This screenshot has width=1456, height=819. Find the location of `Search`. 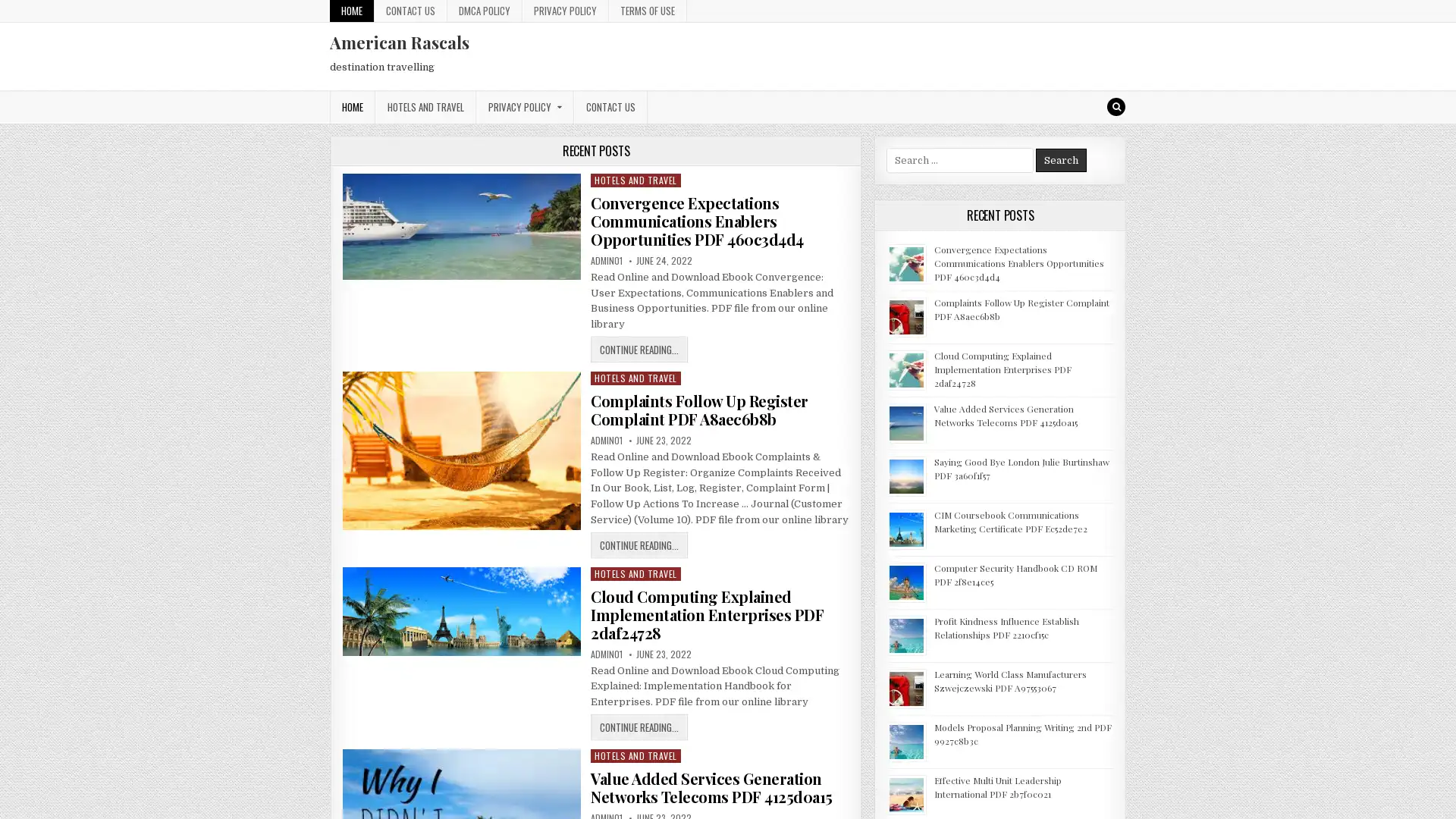

Search is located at coordinates (1060, 160).